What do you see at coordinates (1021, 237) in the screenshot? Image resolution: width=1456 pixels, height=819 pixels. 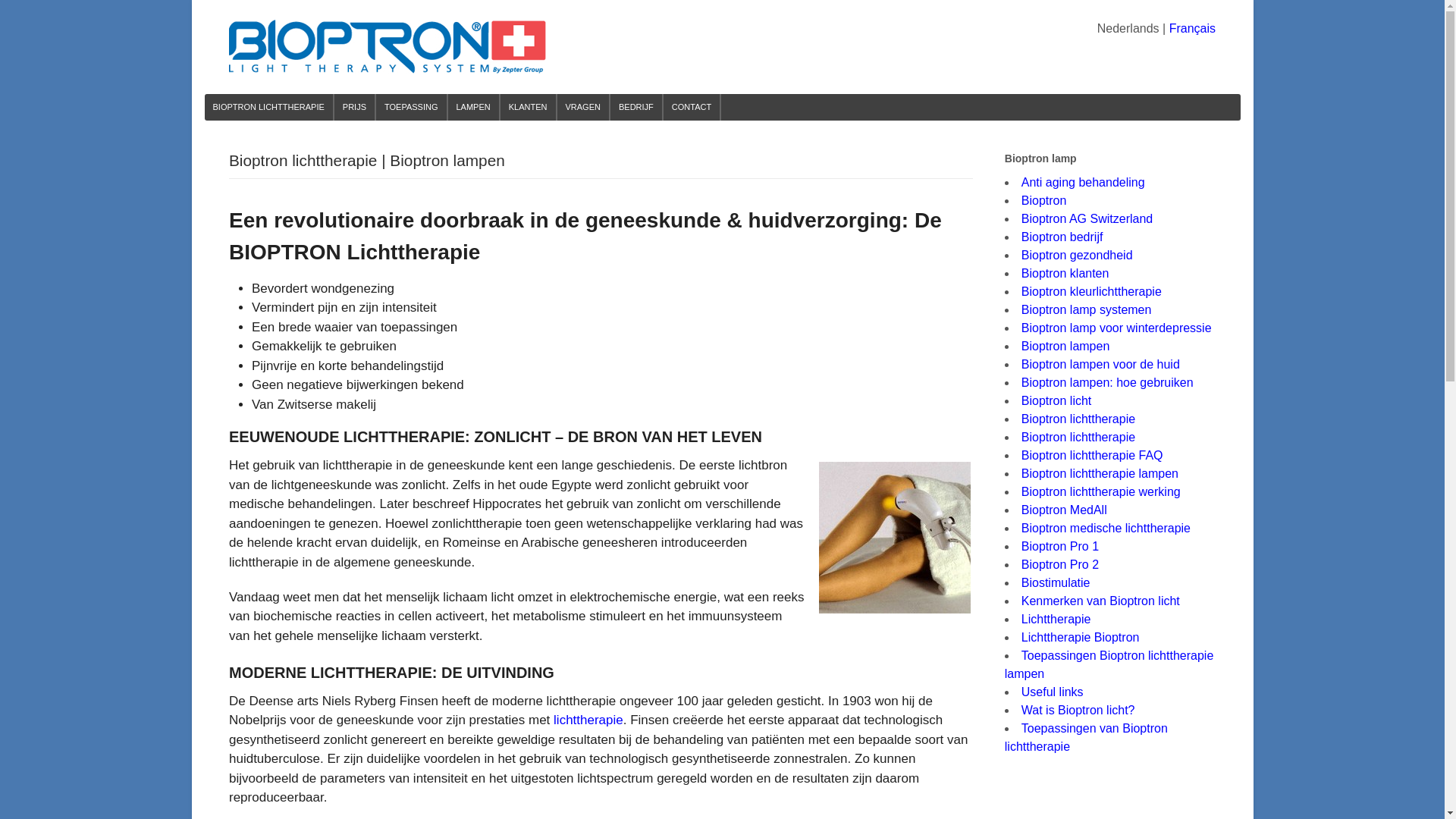 I see `'Bioptron bedrijf'` at bounding box center [1021, 237].